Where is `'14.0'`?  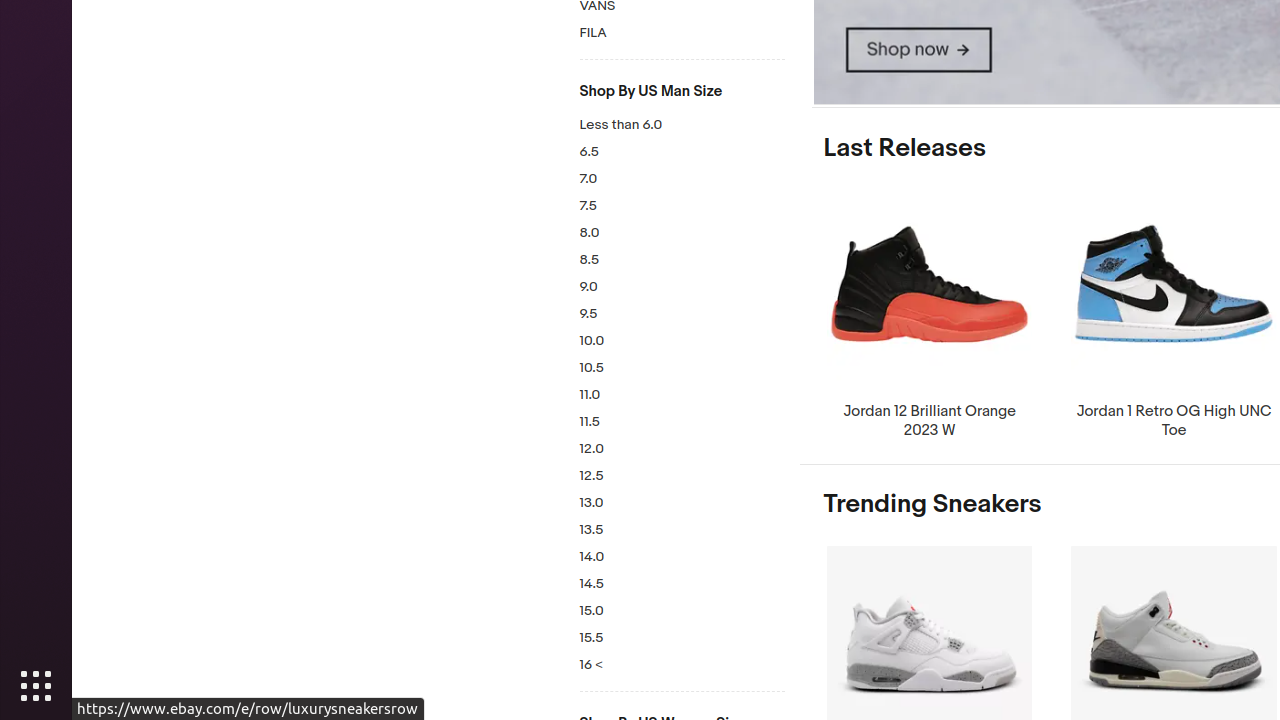 '14.0' is located at coordinates (681, 557).